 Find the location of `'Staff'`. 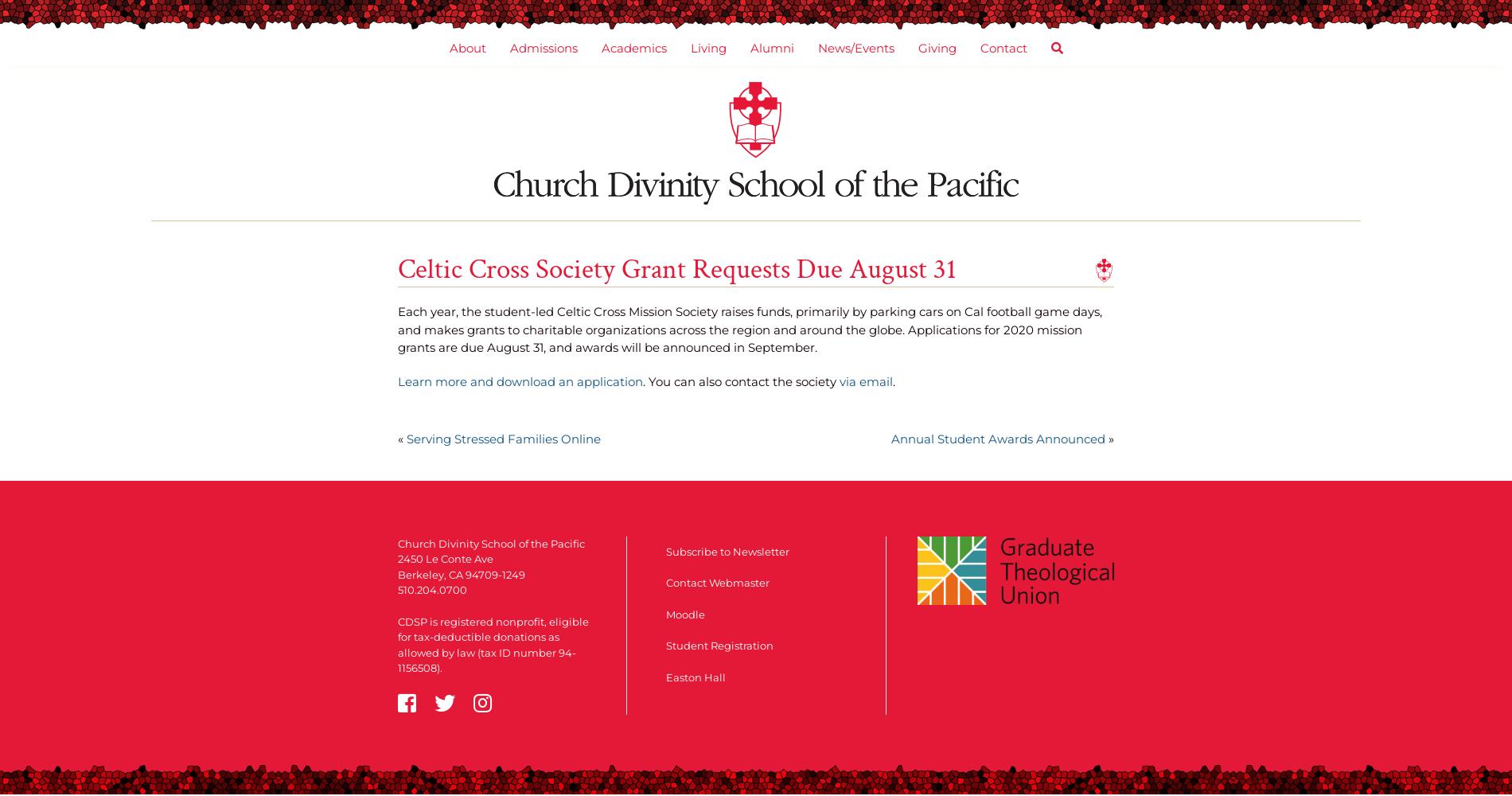

'Staff' is located at coordinates (496, 254).